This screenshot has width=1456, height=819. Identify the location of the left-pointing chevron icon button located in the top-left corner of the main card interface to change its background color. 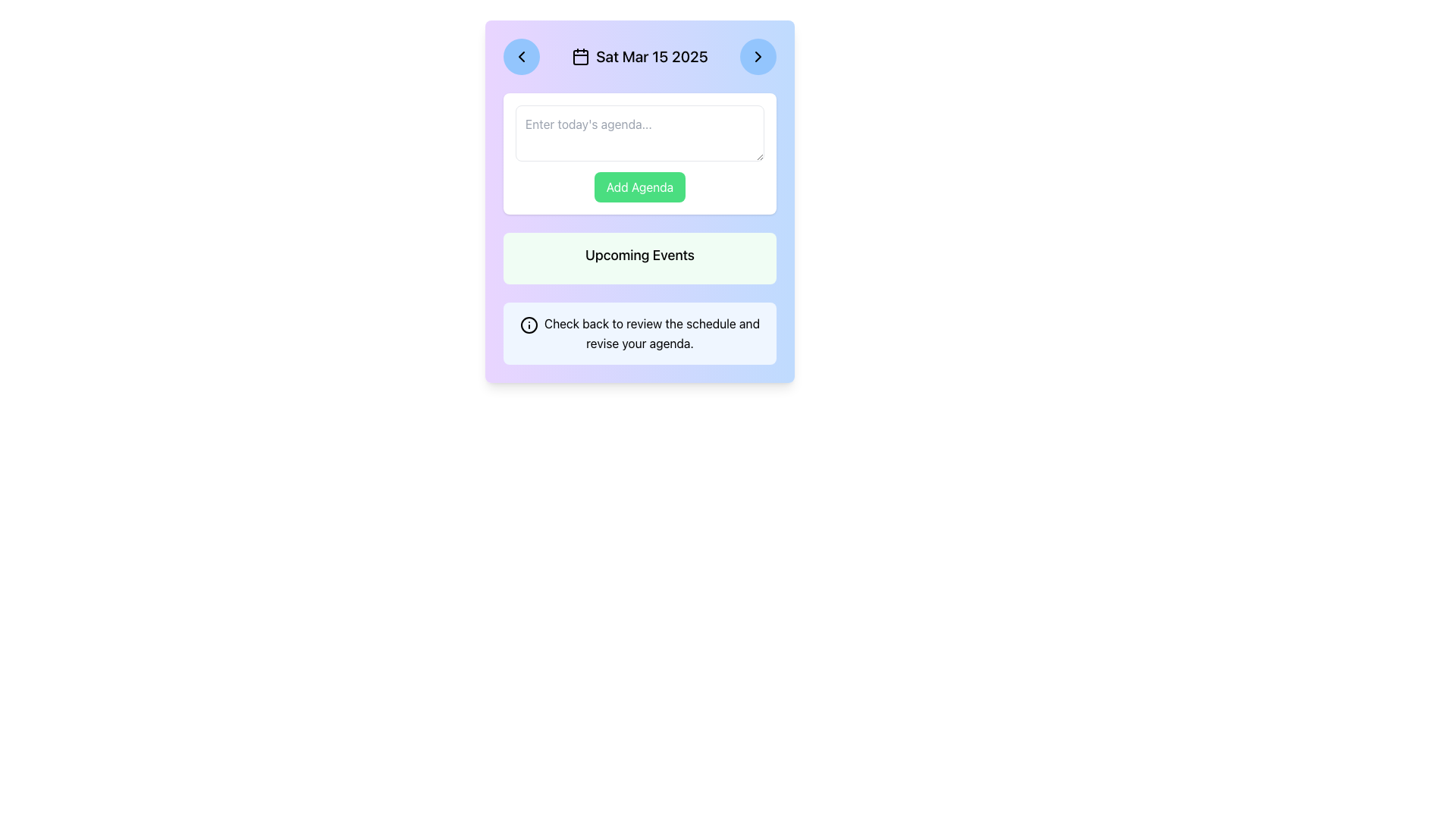
(521, 55).